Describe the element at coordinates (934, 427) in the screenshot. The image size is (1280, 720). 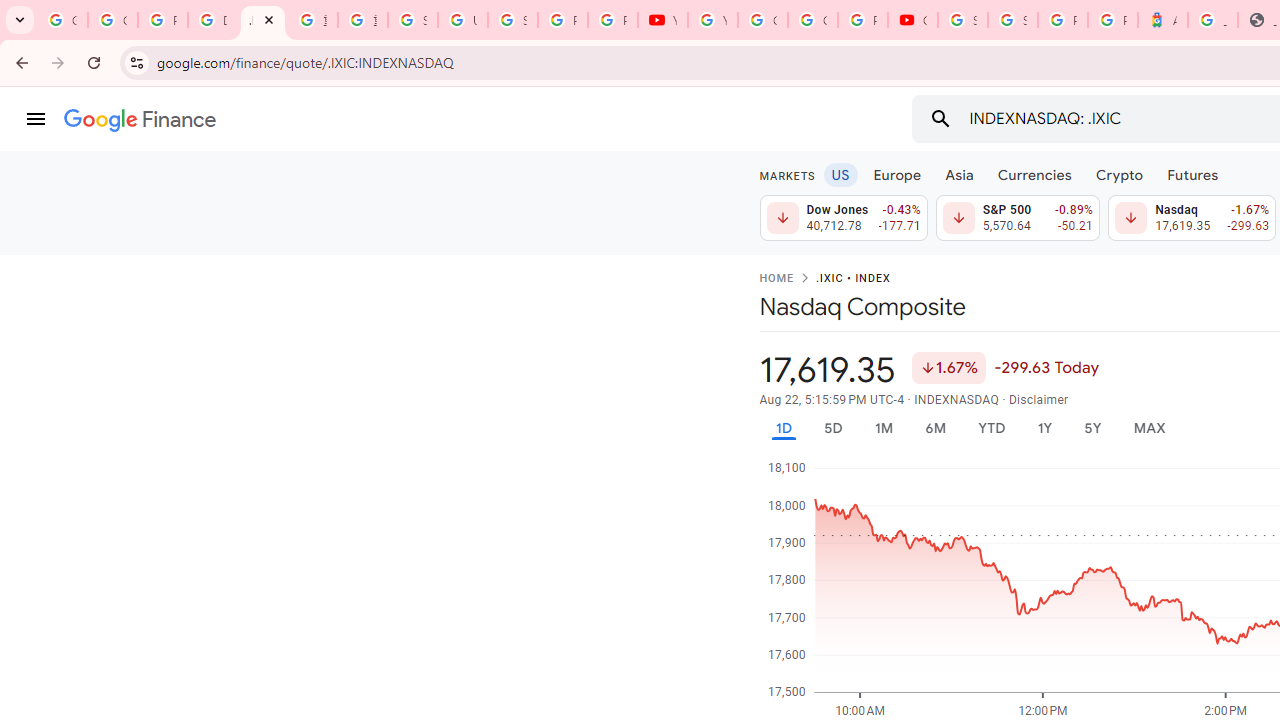
I see `'6M'` at that location.